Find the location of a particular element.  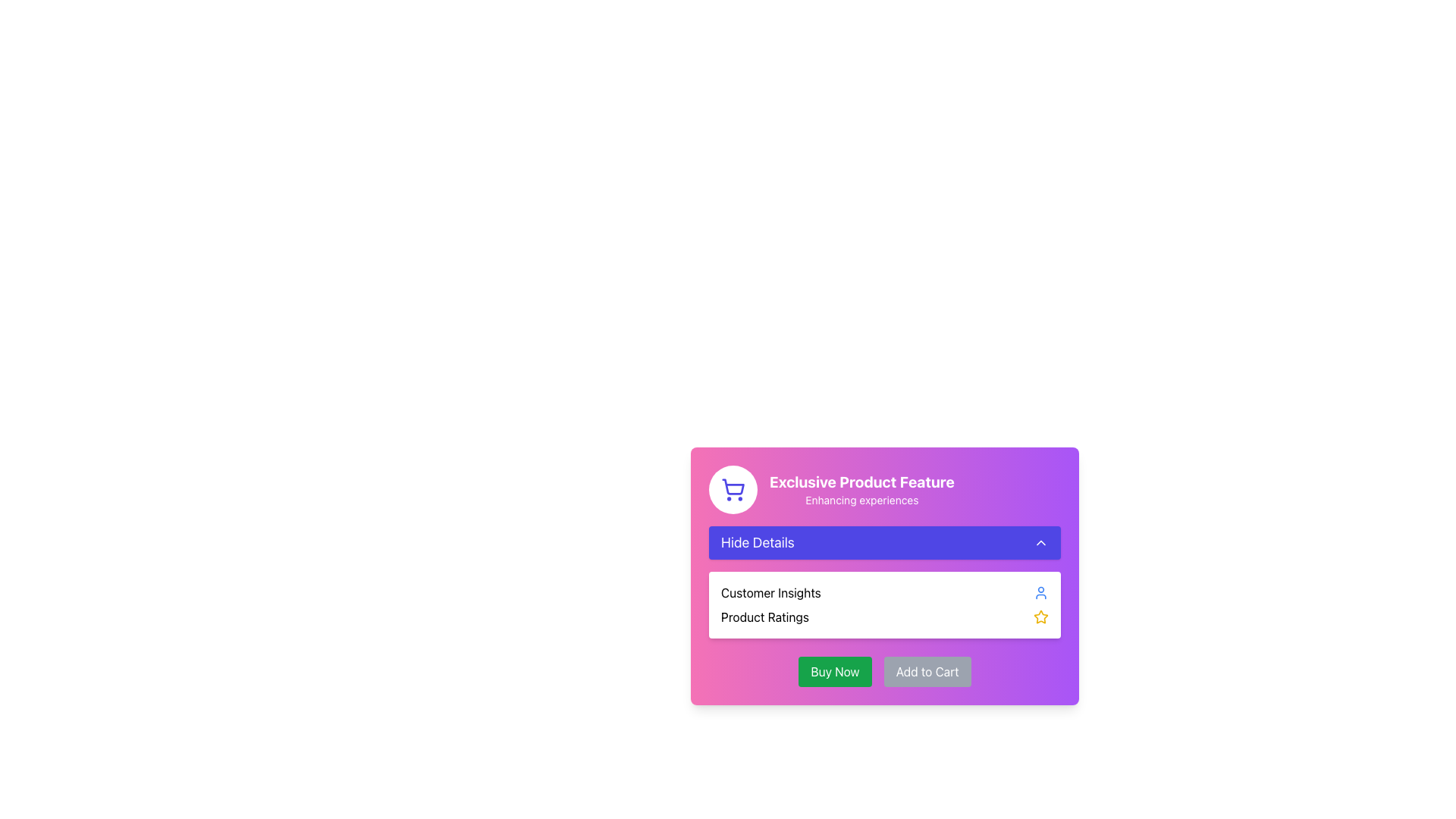

the interactive label located on the left side of the horizontally aligned bar near the top-middle part of the panel is located at coordinates (758, 542).